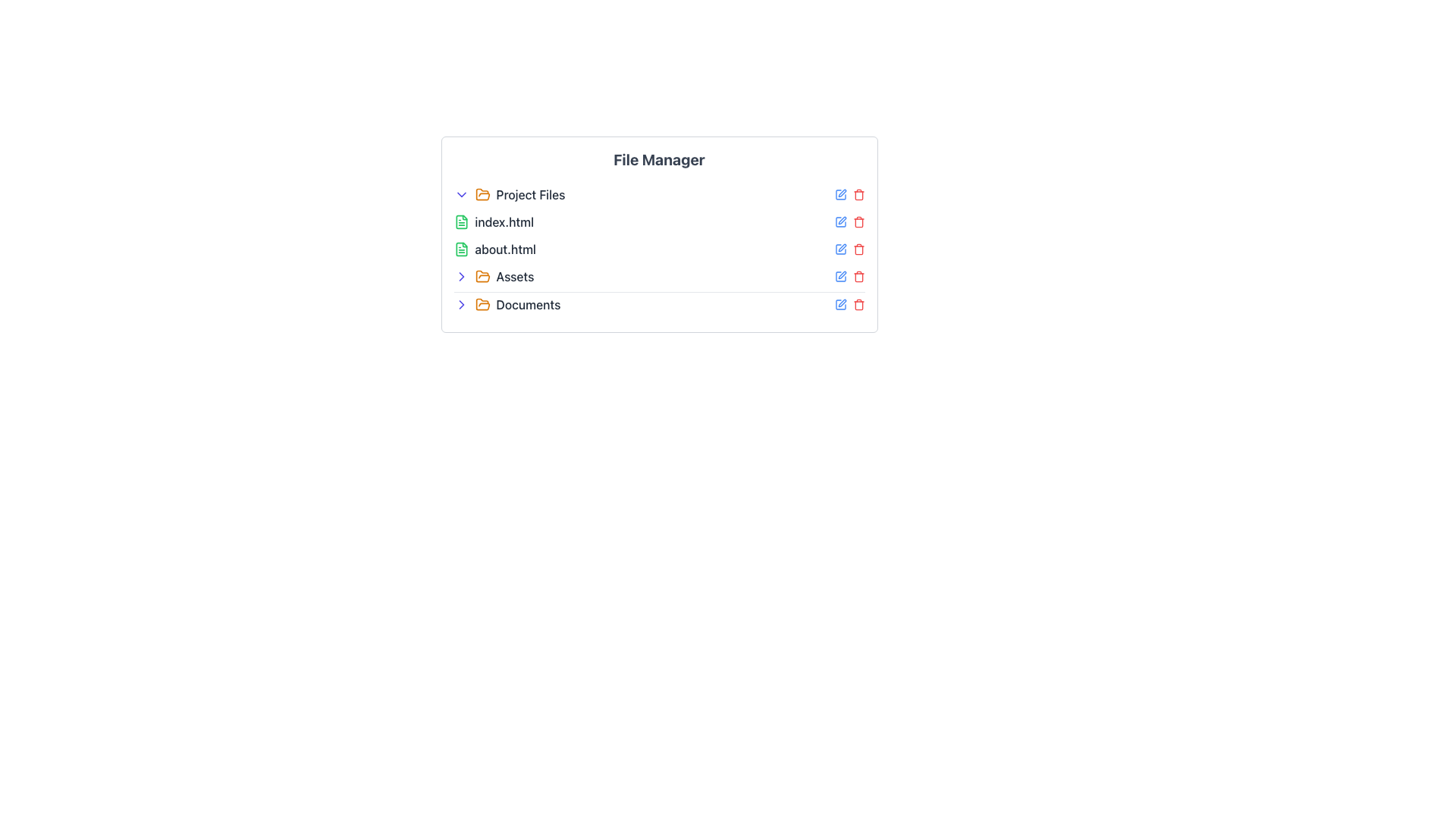 The width and height of the screenshot is (1456, 819). Describe the element at coordinates (858, 277) in the screenshot. I see `the delete button located at the right edge of the 'Documents' row in the file manager` at that location.